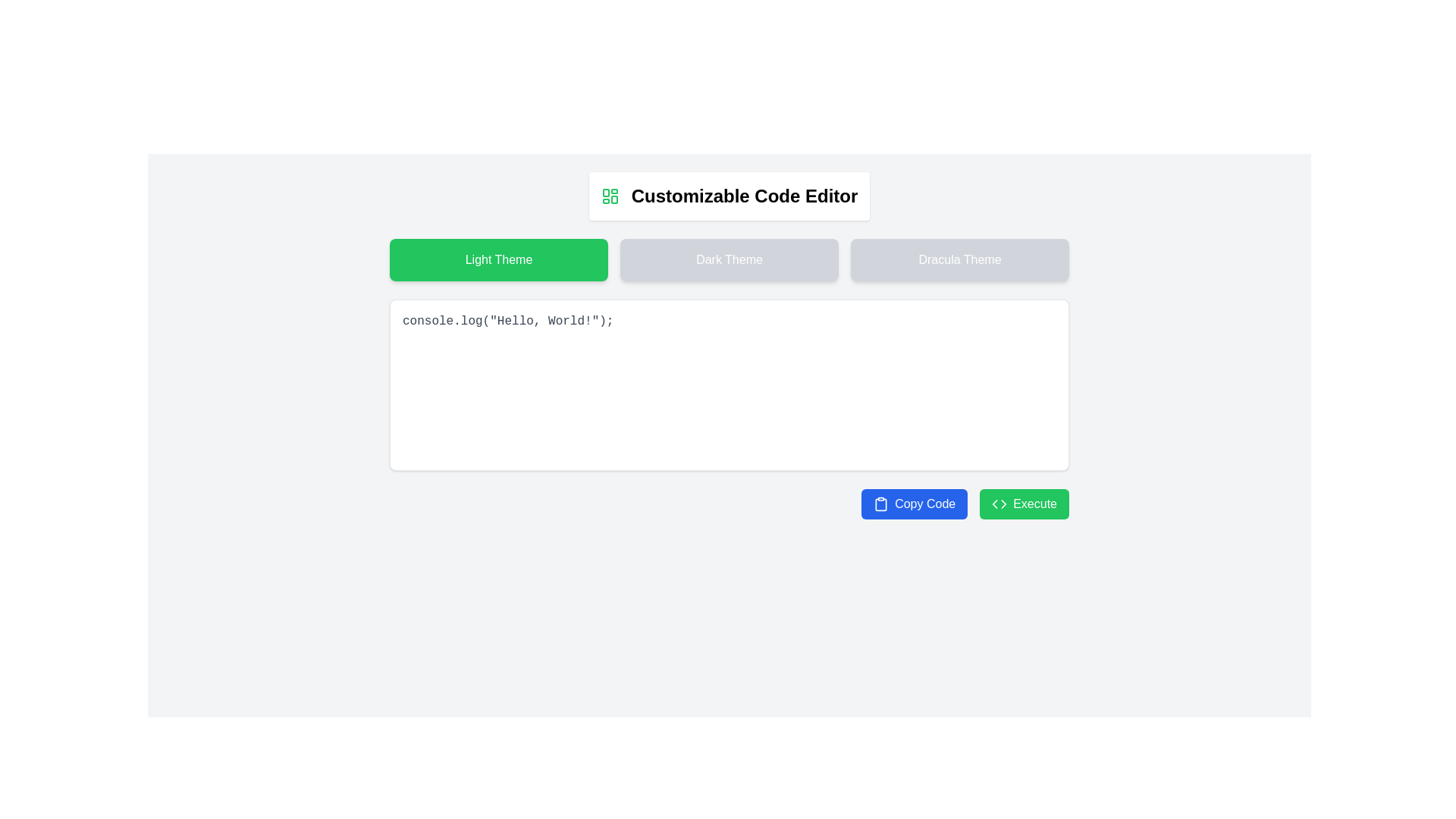 The height and width of the screenshot is (819, 1456). Describe the element at coordinates (729, 259) in the screenshot. I see `the button that changes the interface's theme to 'Dark Theme', located in the middle of three theme buttons below the header 'Customizable Code Editor'` at that location.